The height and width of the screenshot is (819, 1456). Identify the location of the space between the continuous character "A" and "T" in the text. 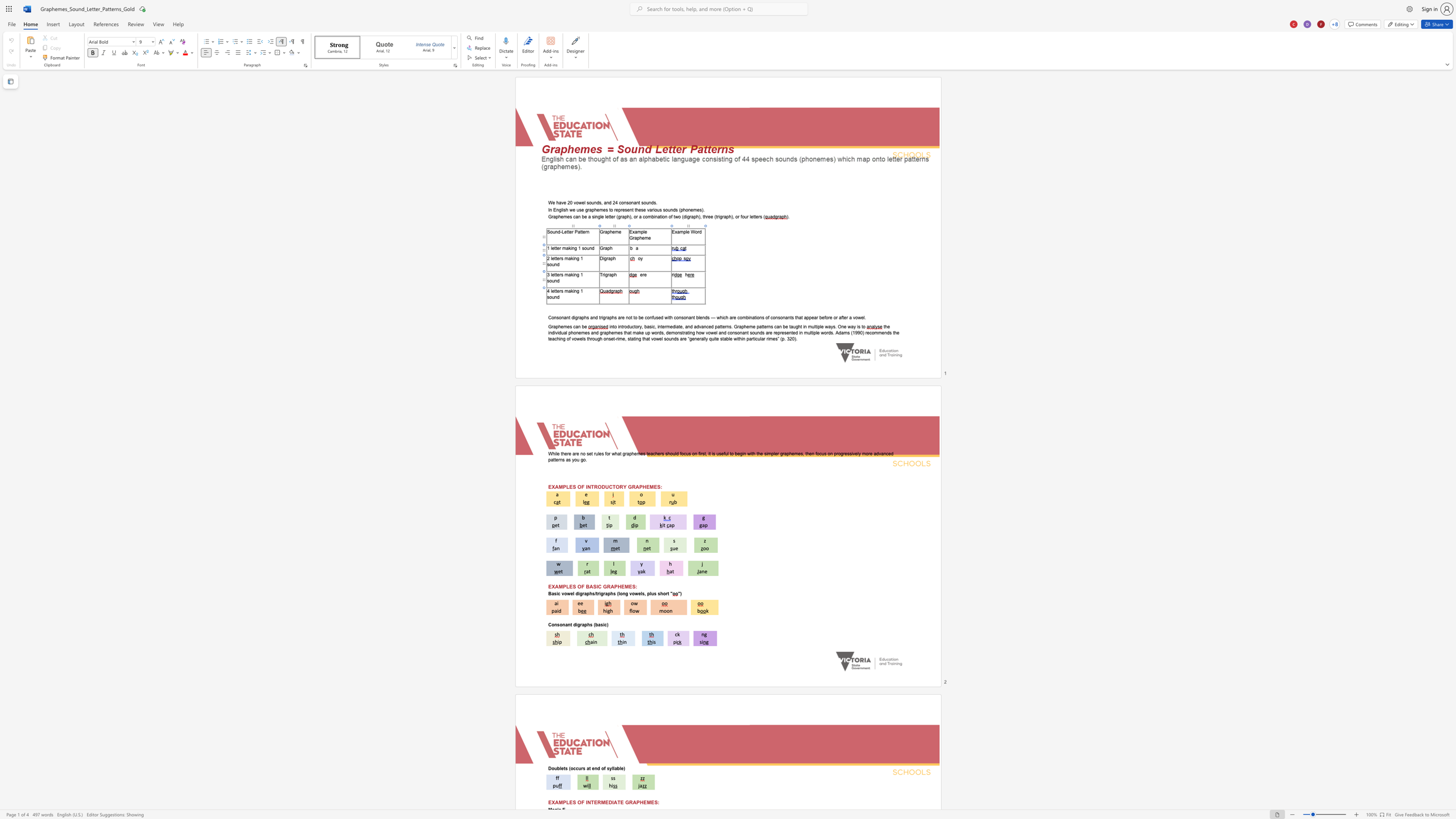
(617, 802).